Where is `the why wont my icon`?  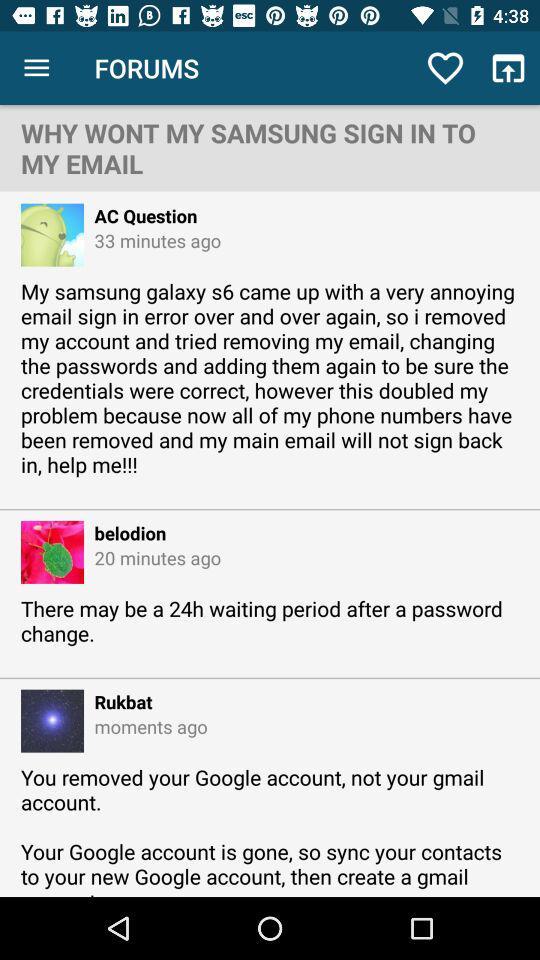 the why wont my icon is located at coordinates (270, 147).